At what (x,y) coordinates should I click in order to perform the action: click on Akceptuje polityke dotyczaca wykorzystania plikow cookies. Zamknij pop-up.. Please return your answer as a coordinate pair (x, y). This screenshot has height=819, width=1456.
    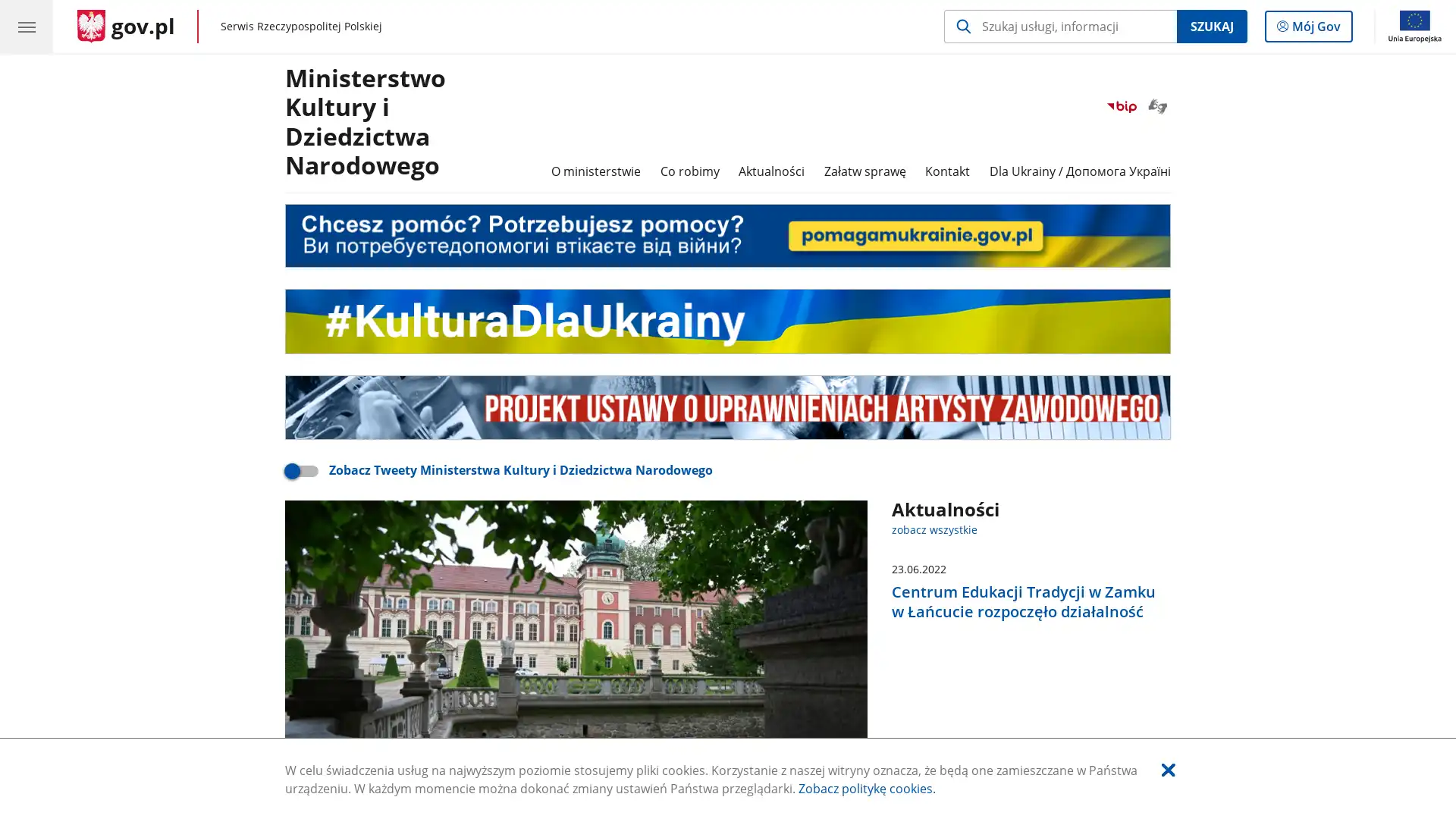
    Looking at the image, I should click on (1167, 769).